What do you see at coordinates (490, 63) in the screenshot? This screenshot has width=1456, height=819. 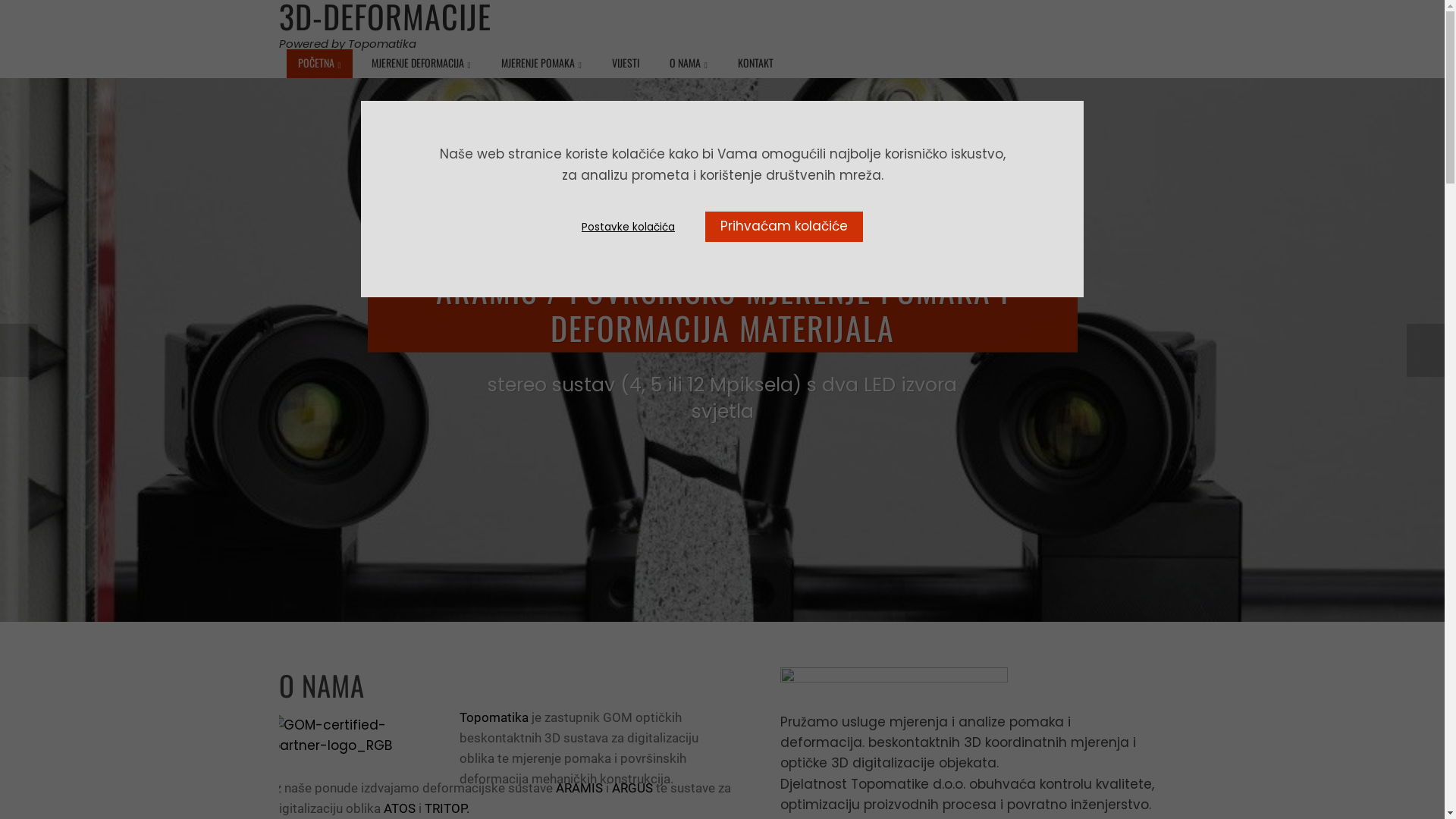 I see `'MJERENJE POMAKA'` at bounding box center [490, 63].